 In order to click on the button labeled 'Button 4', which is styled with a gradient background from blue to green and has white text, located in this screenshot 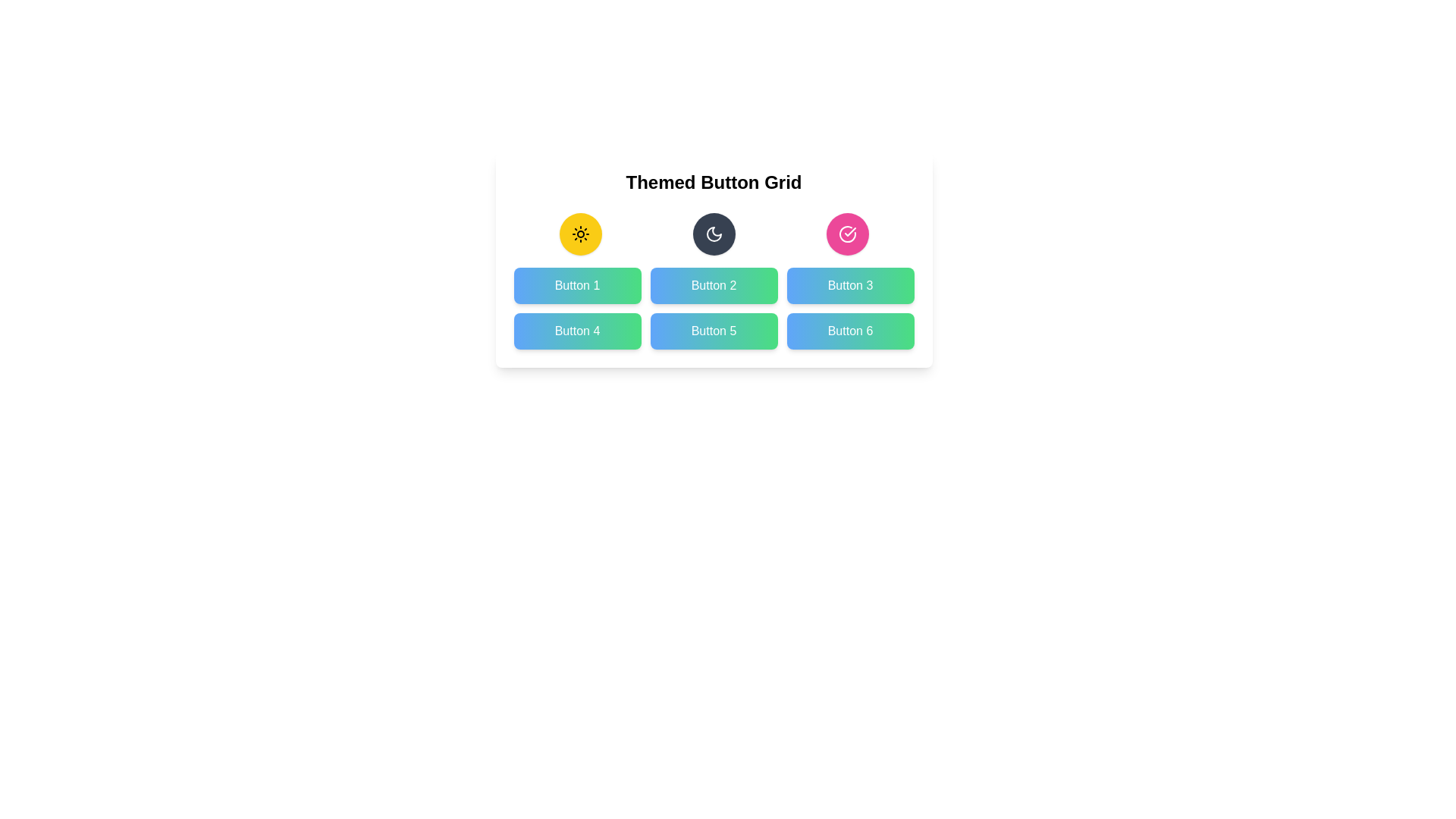, I will do `click(576, 330)`.